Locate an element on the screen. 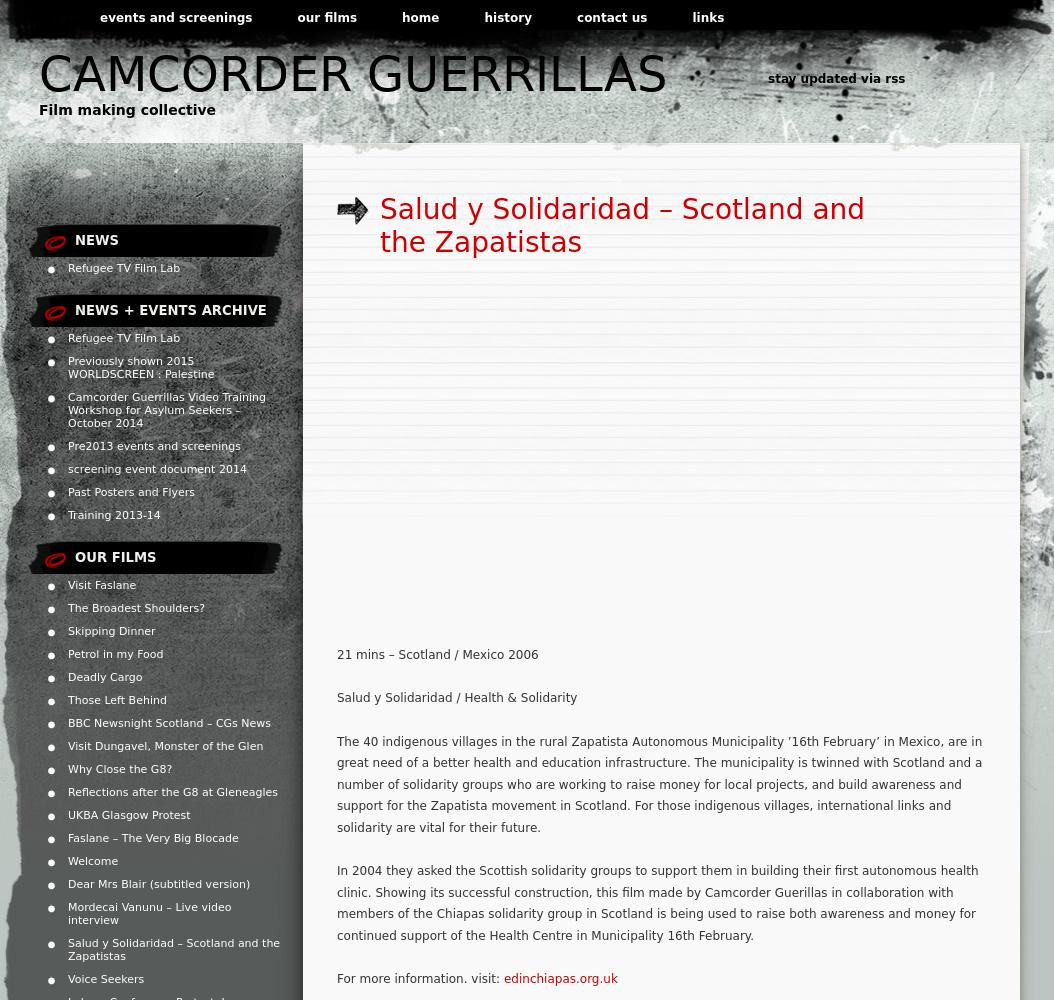  'Petrol in my Food' is located at coordinates (115, 654).